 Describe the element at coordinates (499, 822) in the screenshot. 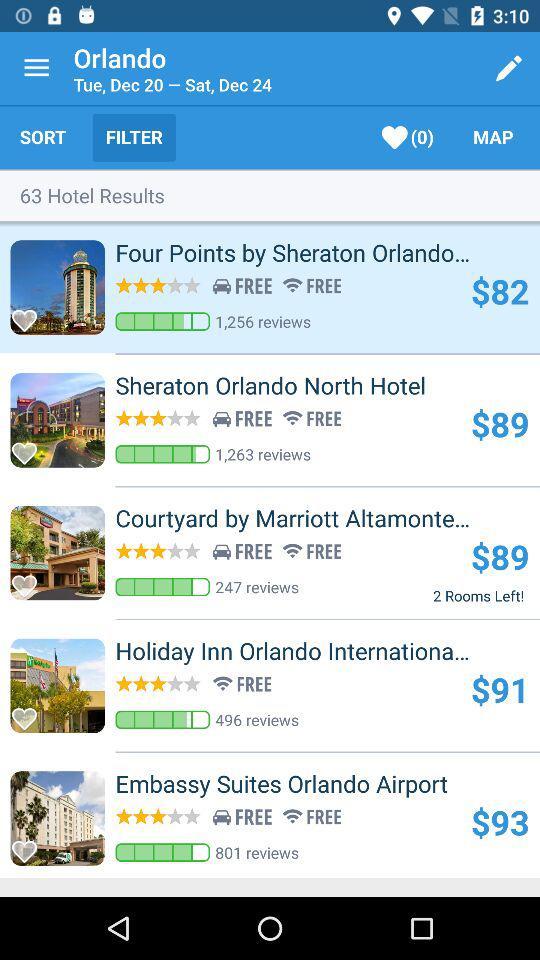

I see `$93 icon` at that location.